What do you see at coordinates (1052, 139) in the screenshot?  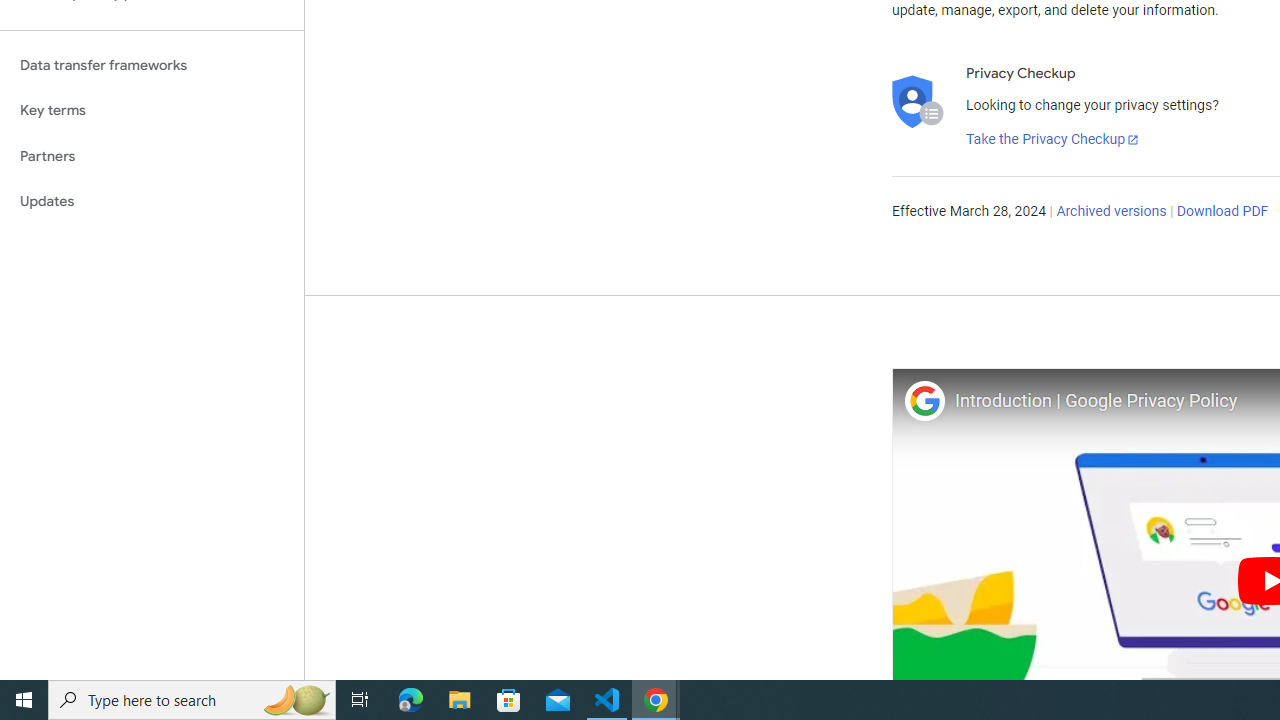 I see `'Take the Privacy Checkup'` at bounding box center [1052, 139].